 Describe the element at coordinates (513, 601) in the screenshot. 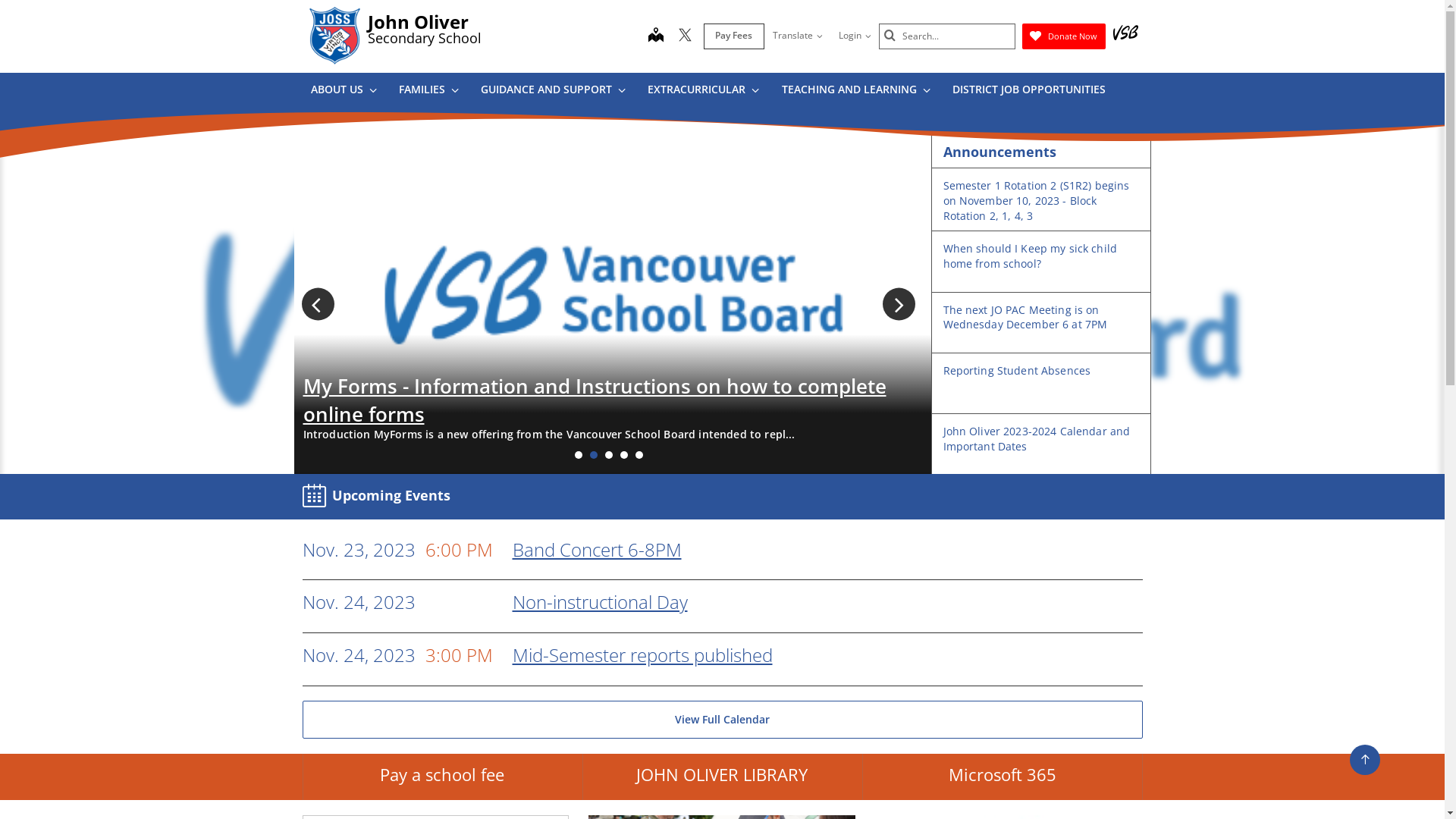

I see `'Non-instructional Day'` at that location.